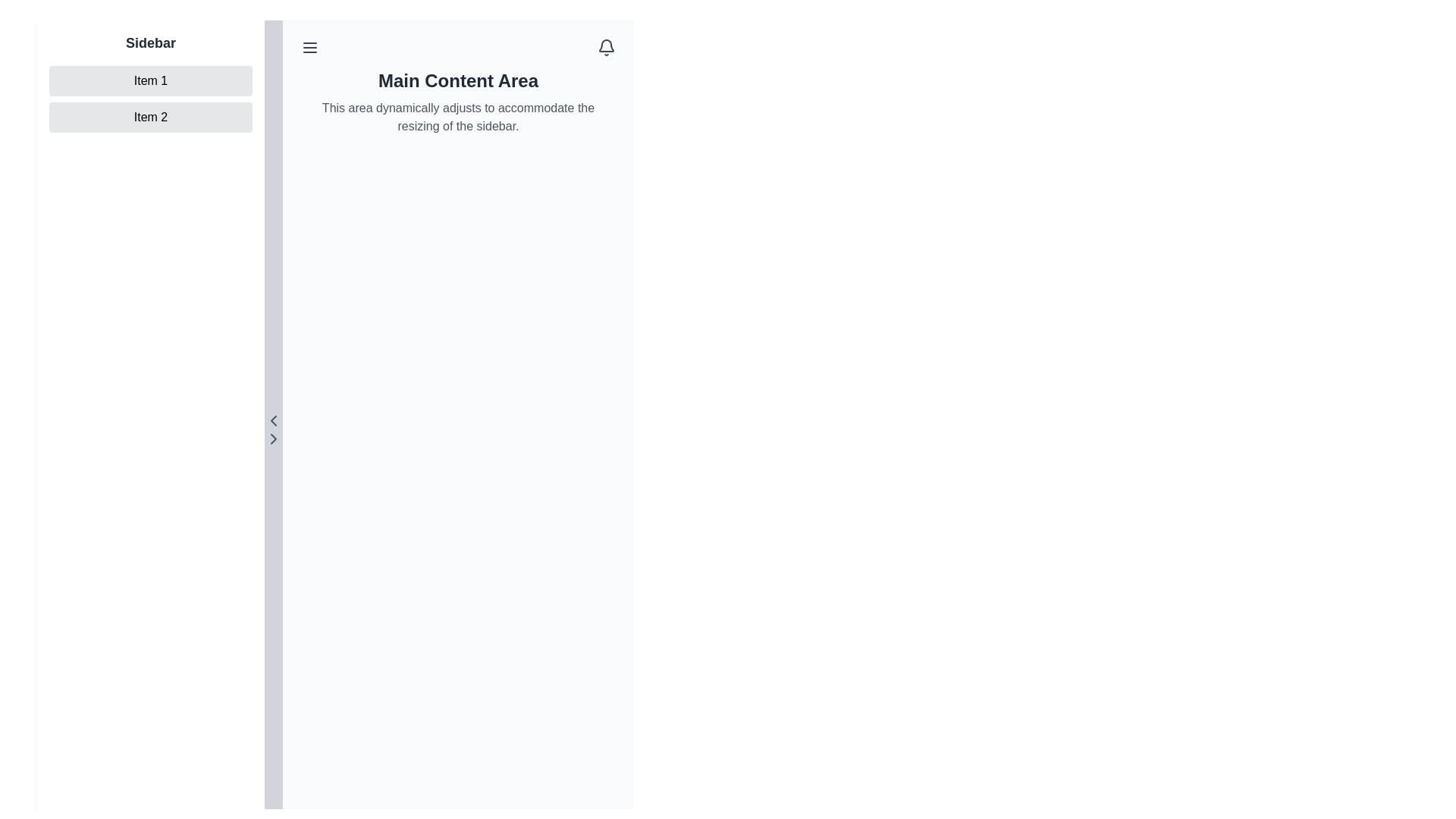 The image size is (1456, 819). Describe the element at coordinates (273, 421) in the screenshot. I see `the left-pointing chevron button, which is a minimalist icon rendered in a thin, gray line, located vertically centered within the sidebar resizer area` at that location.